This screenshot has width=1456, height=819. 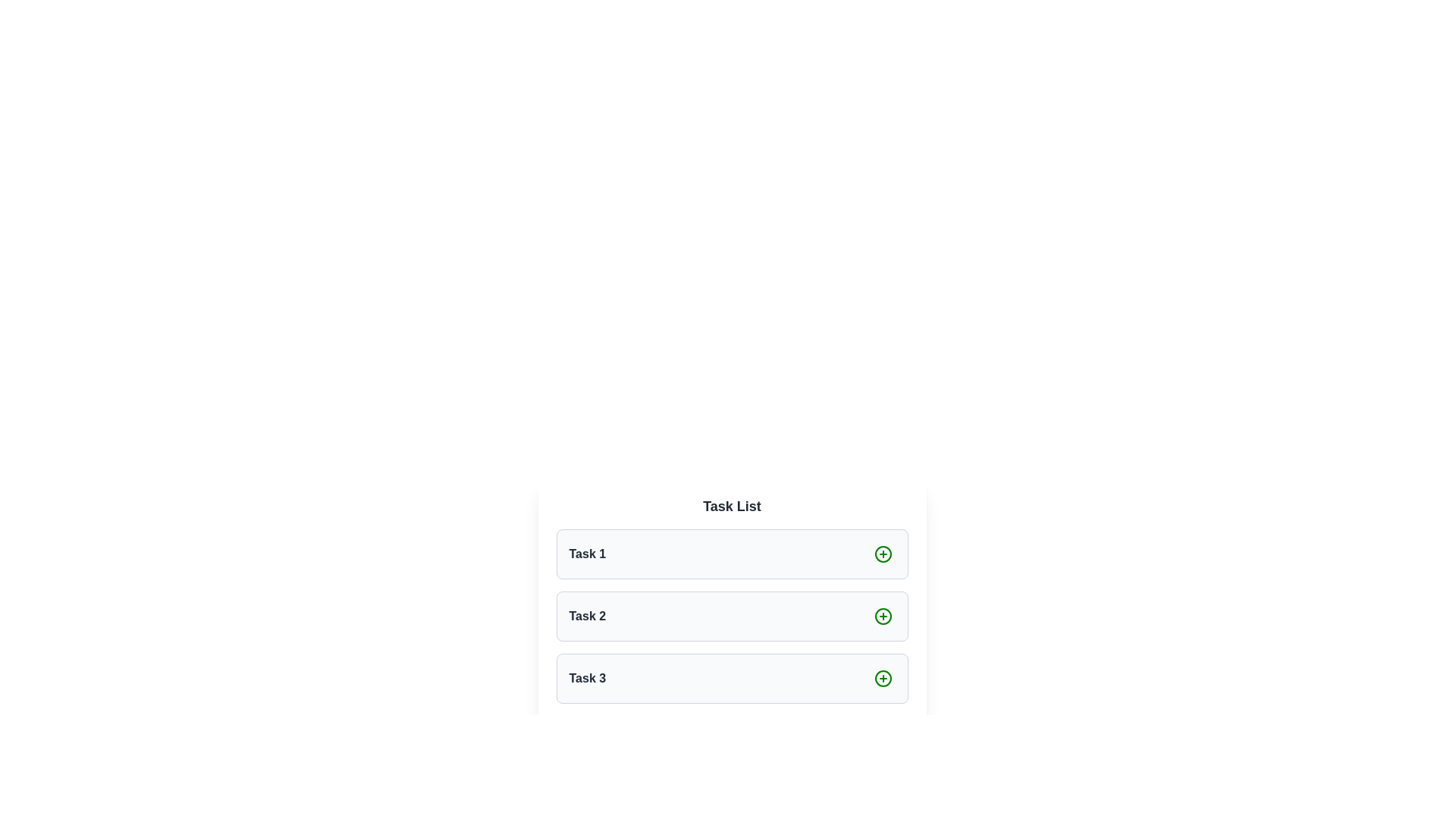 I want to click on the interactive addition button located at the topmost item of the list, adjacent to the title 'Task 1', positioned on the far right within the row, so click(x=883, y=554).